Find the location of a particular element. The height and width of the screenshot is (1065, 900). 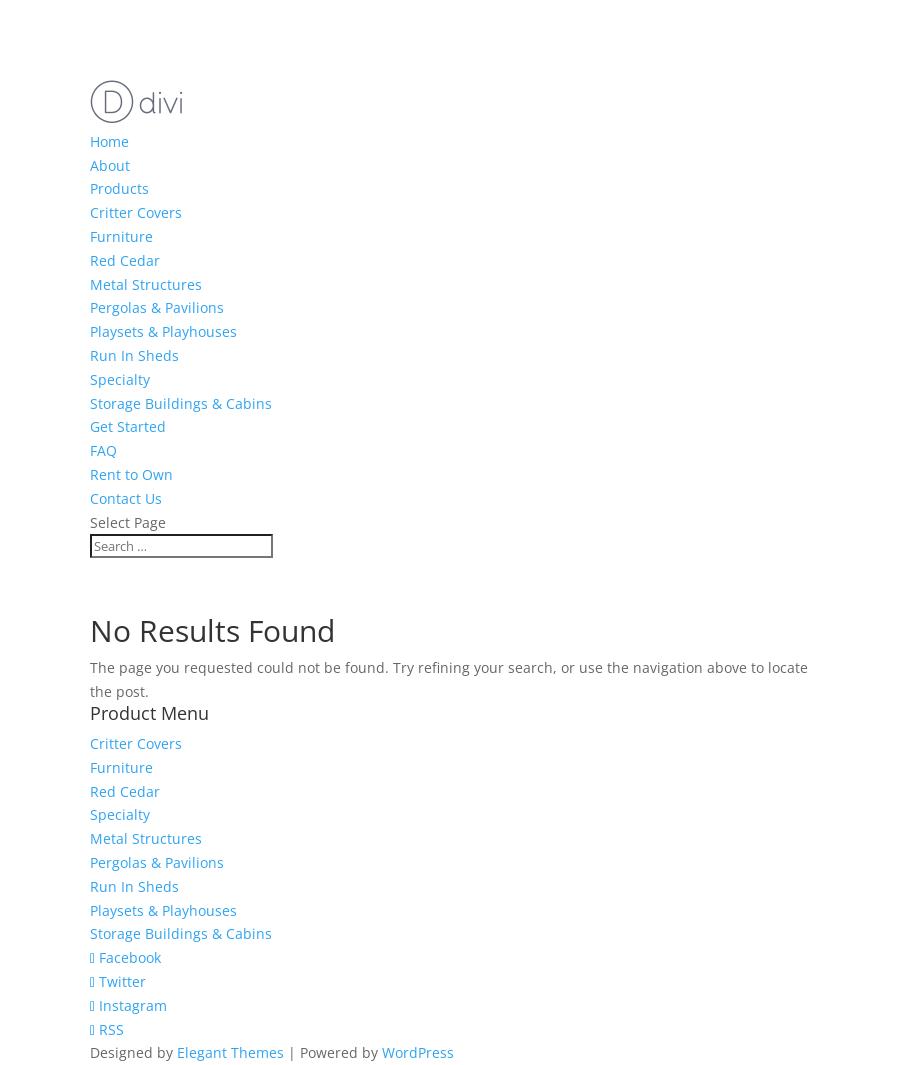

'About' is located at coordinates (108, 163).